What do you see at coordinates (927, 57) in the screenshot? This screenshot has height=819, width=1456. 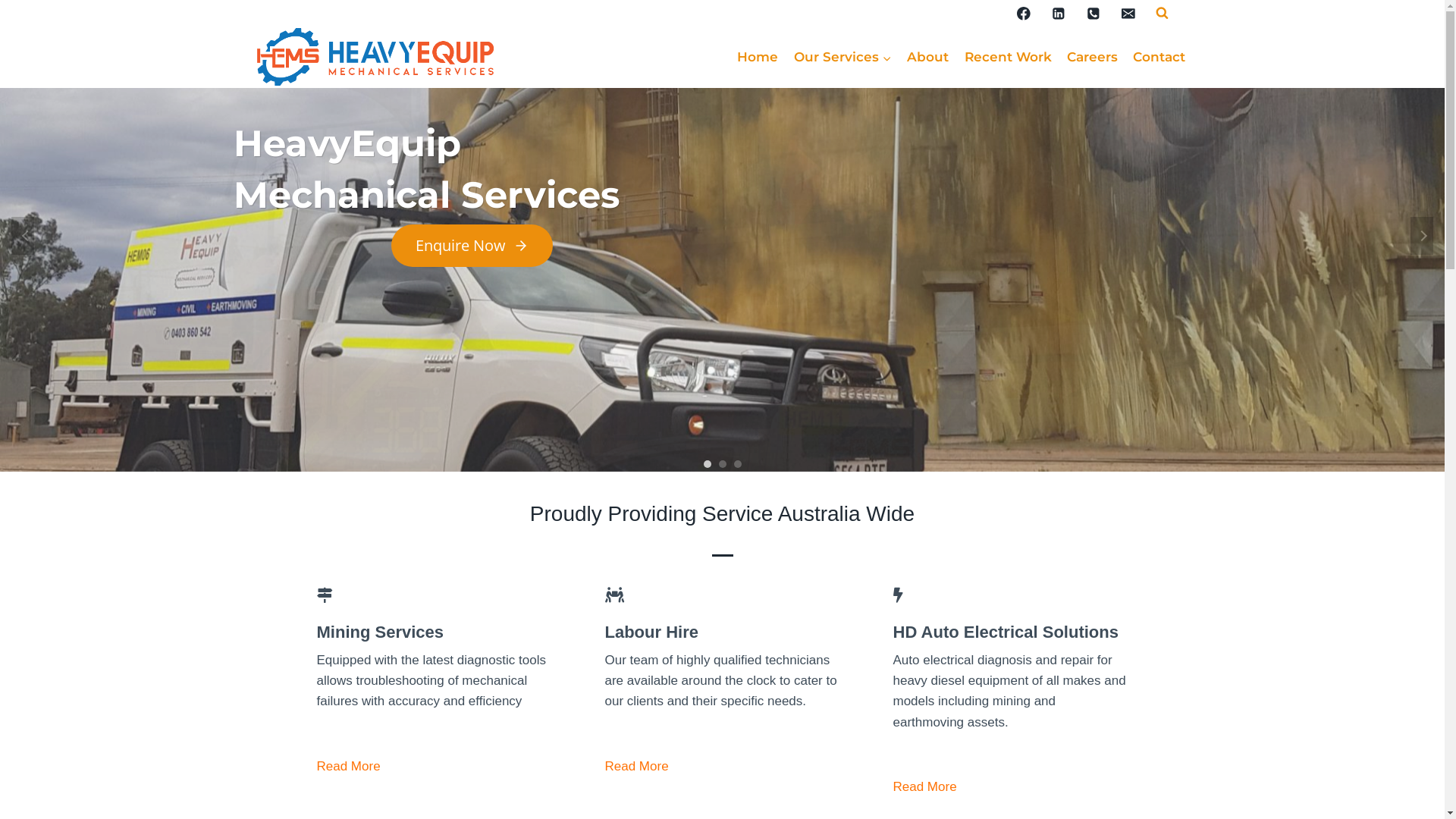 I see `'About'` at bounding box center [927, 57].